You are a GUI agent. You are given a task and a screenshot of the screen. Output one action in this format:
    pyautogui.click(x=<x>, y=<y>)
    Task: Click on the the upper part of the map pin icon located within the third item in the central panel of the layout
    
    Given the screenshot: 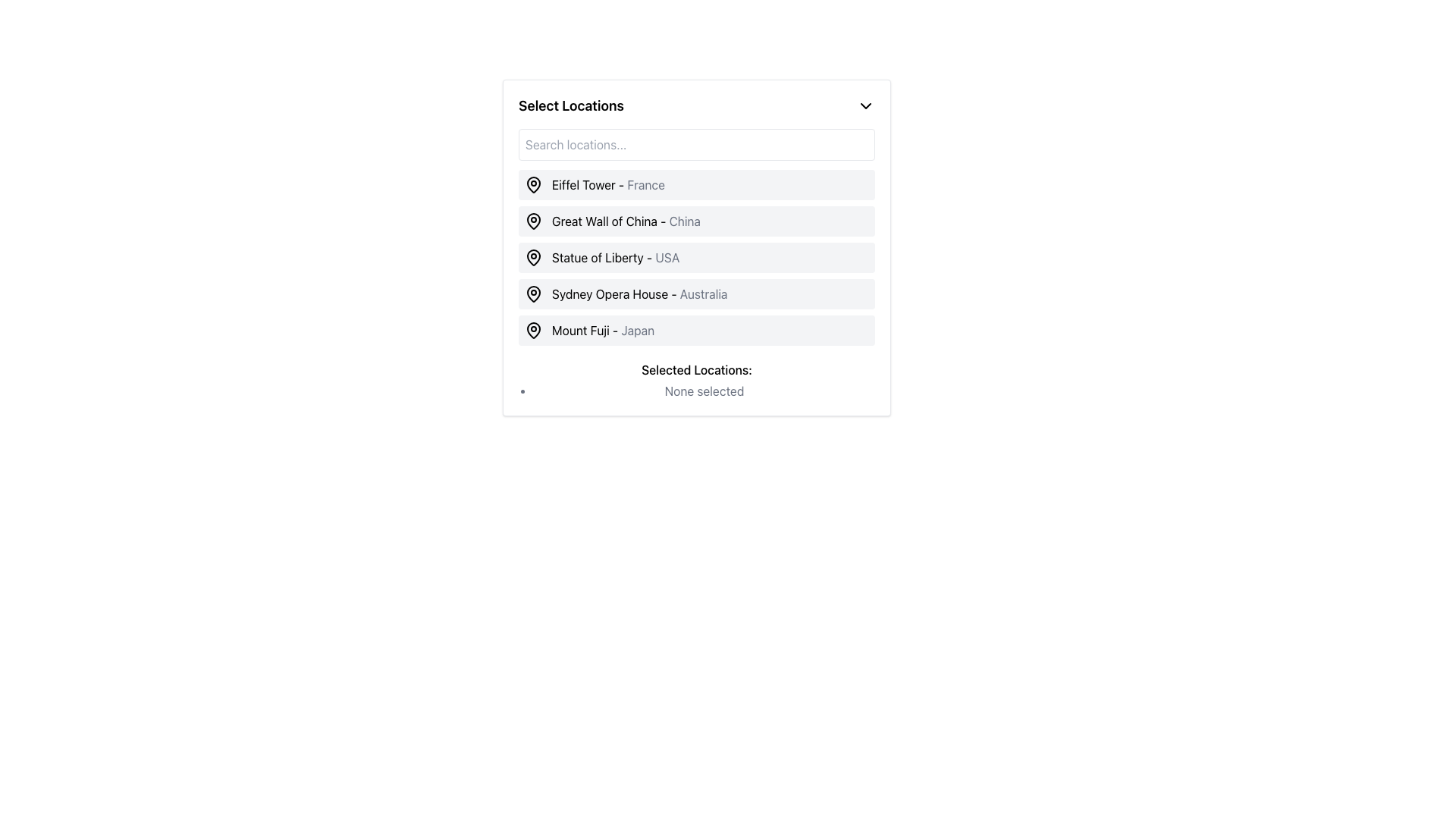 What is the action you would take?
    pyautogui.click(x=534, y=256)
    